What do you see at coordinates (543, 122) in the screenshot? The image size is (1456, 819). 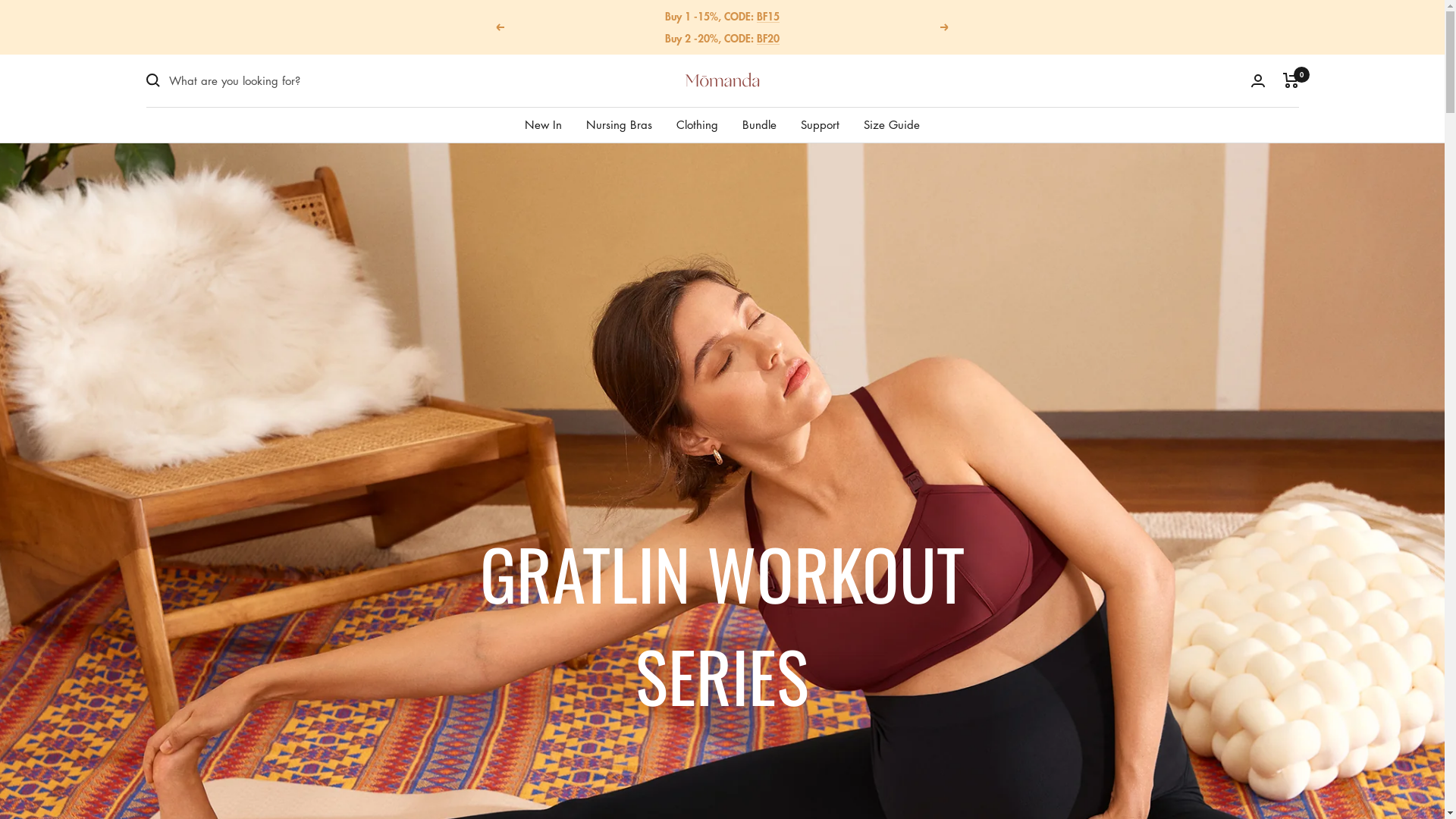 I see `'New In'` at bounding box center [543, 122].